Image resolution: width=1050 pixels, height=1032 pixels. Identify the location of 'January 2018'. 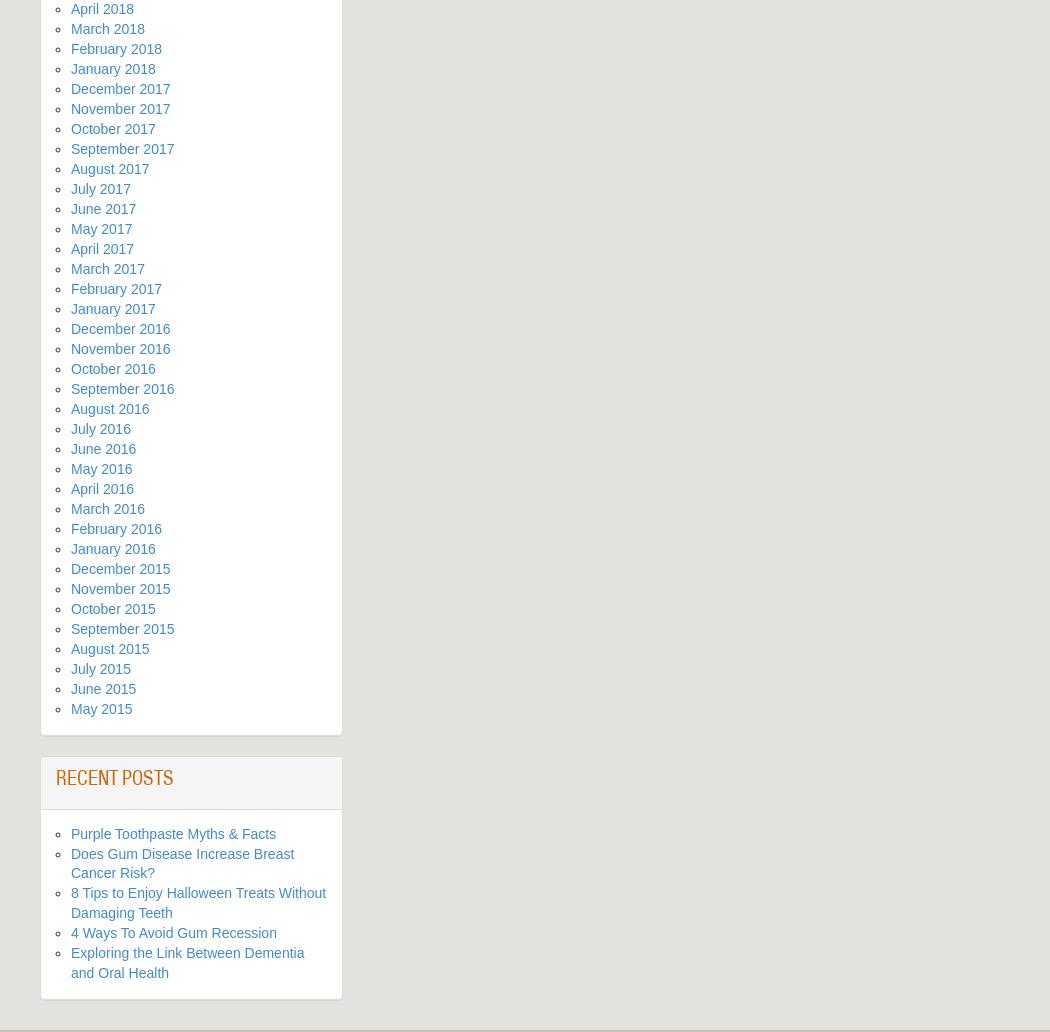
(69, 69).